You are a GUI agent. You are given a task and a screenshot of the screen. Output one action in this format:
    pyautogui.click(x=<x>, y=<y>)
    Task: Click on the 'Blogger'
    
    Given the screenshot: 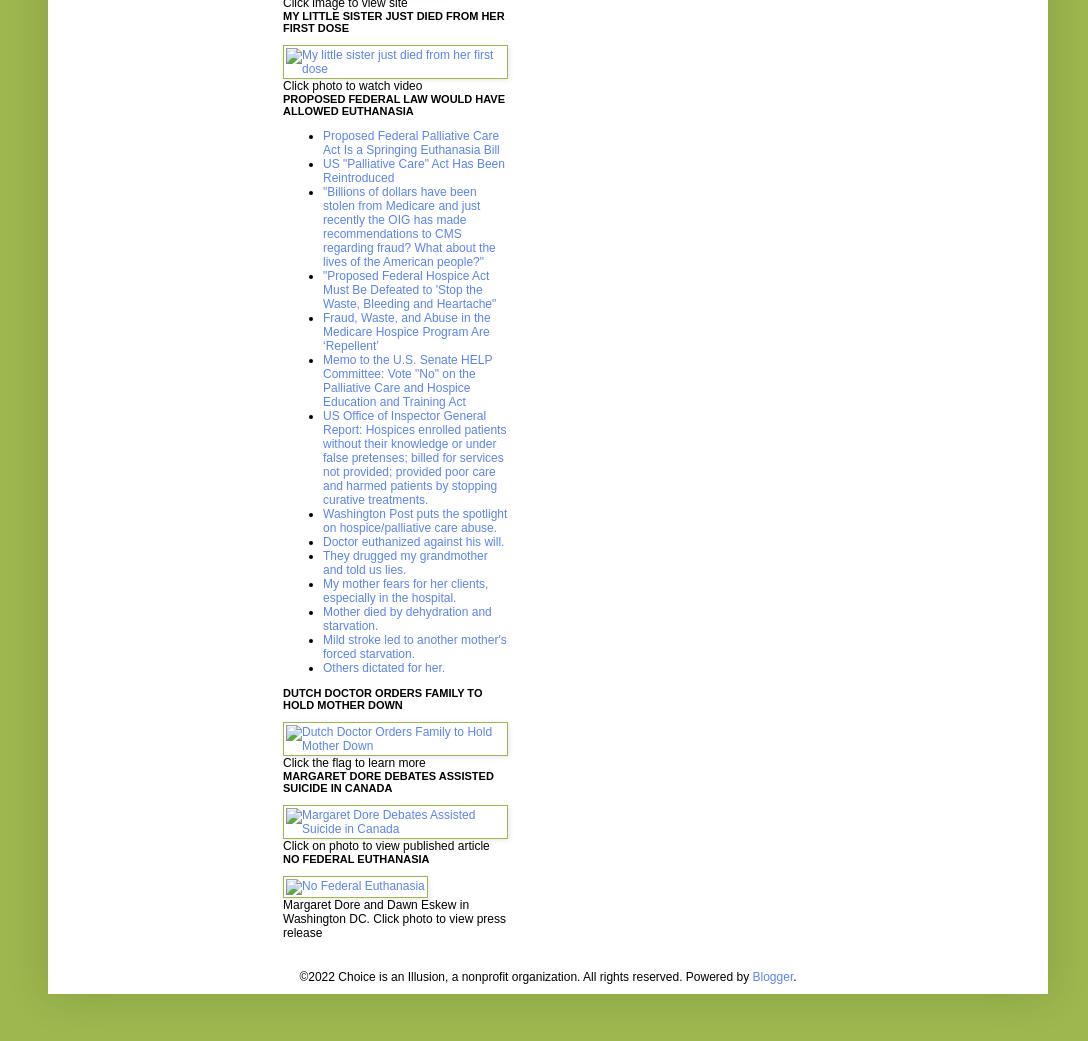 What is the action you would take?
    pyautogui.click(x=771, y=976)
    